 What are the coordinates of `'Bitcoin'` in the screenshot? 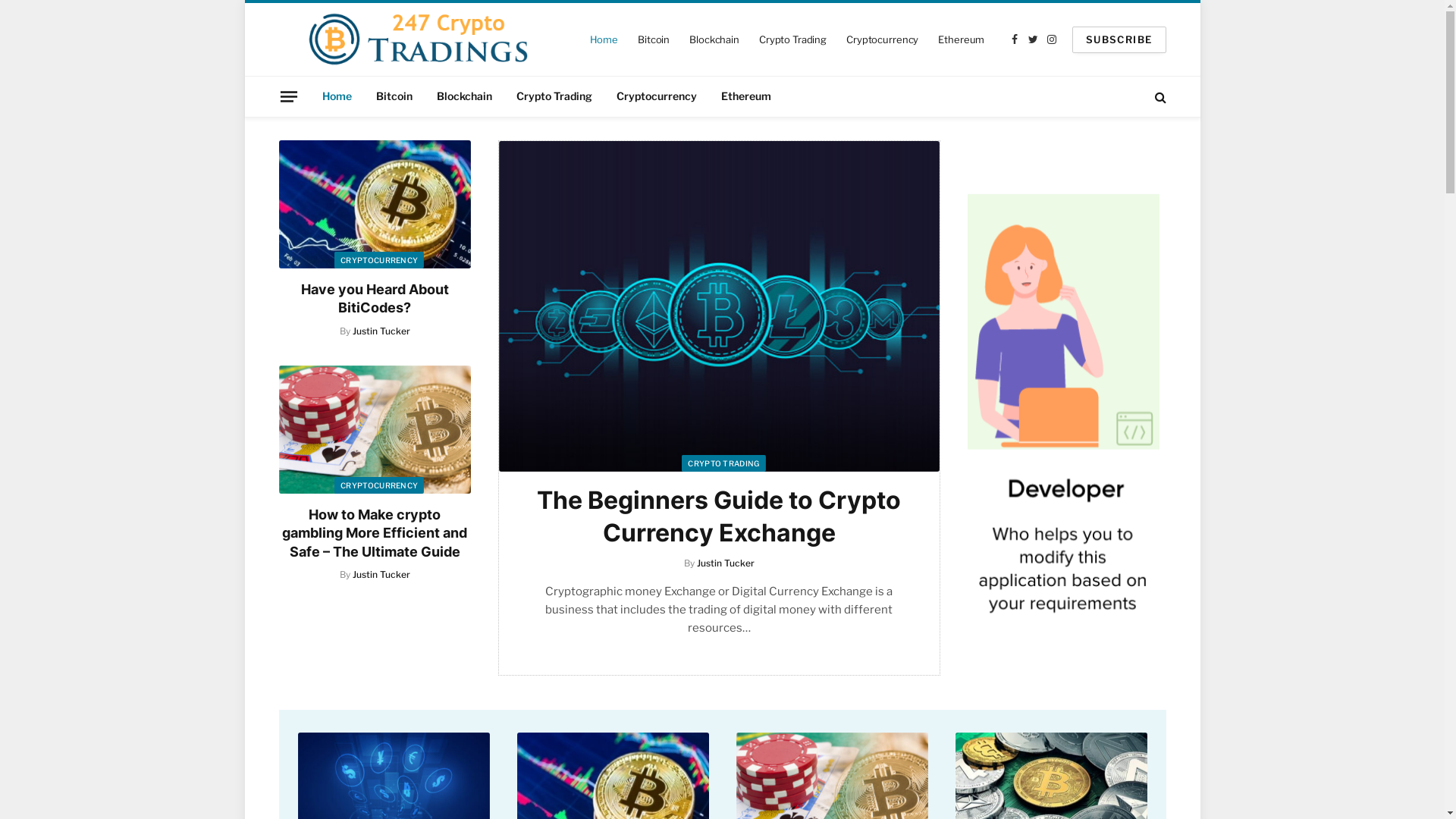 It's located at (394, 96).